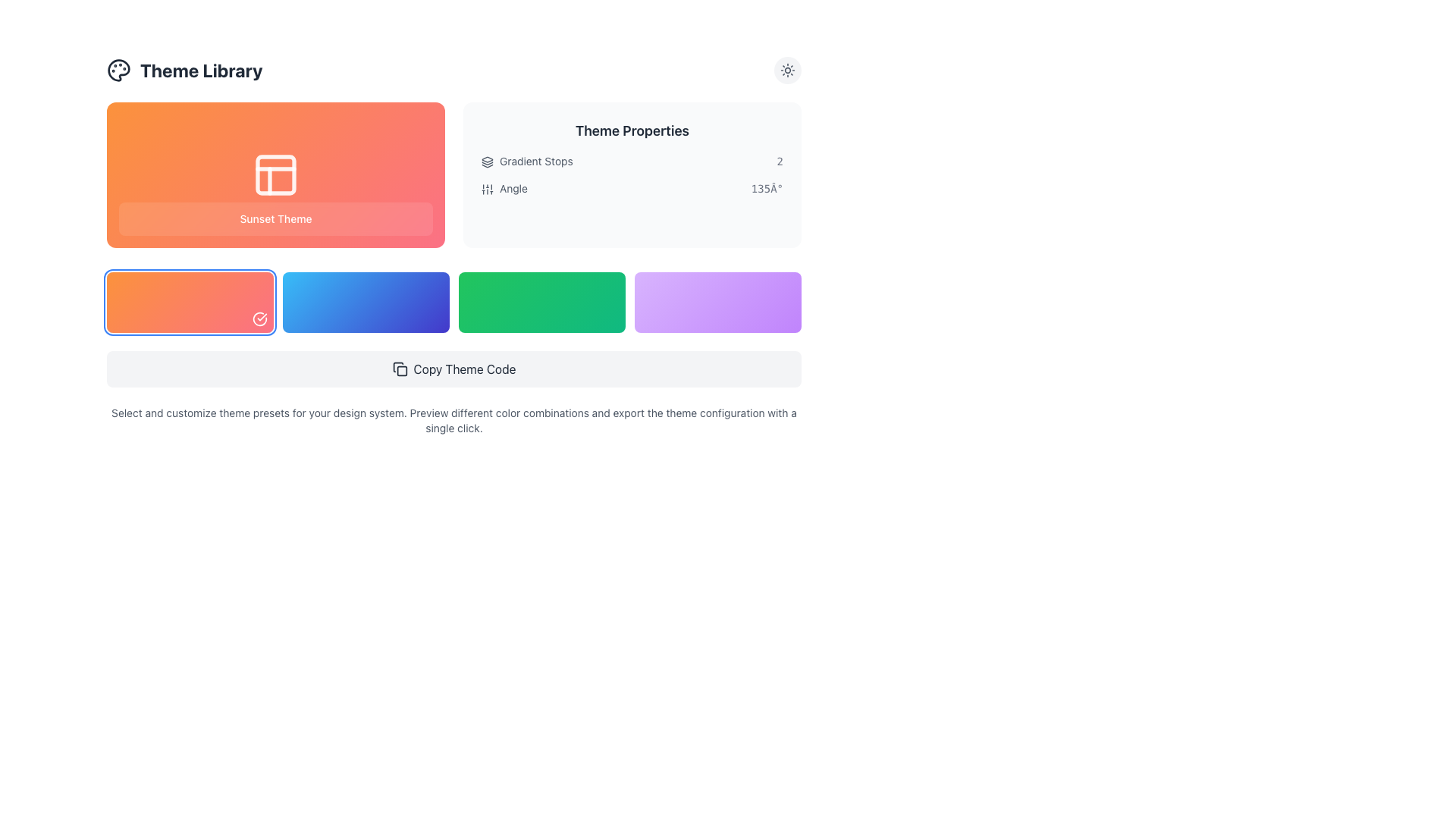 This screenshot has height=819, width=1456. I want to click on the rectangular button with a gradient background transitioning from light violet to purple, located at the bottom right of the grid layout, to trigger its hover state, so click(717, 302).